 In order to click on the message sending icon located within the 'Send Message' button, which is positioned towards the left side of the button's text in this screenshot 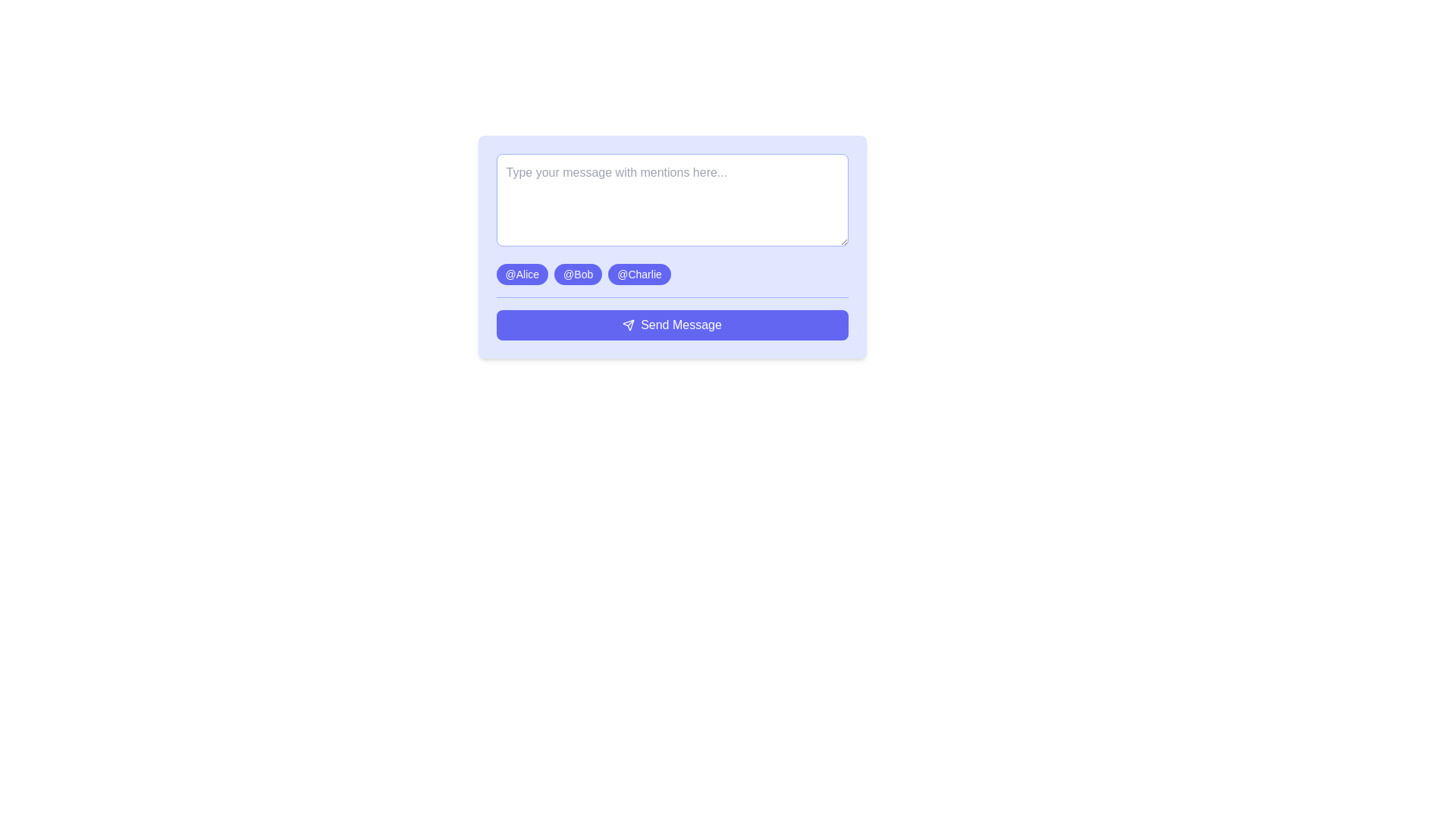, I will do `click(629, 324)`.